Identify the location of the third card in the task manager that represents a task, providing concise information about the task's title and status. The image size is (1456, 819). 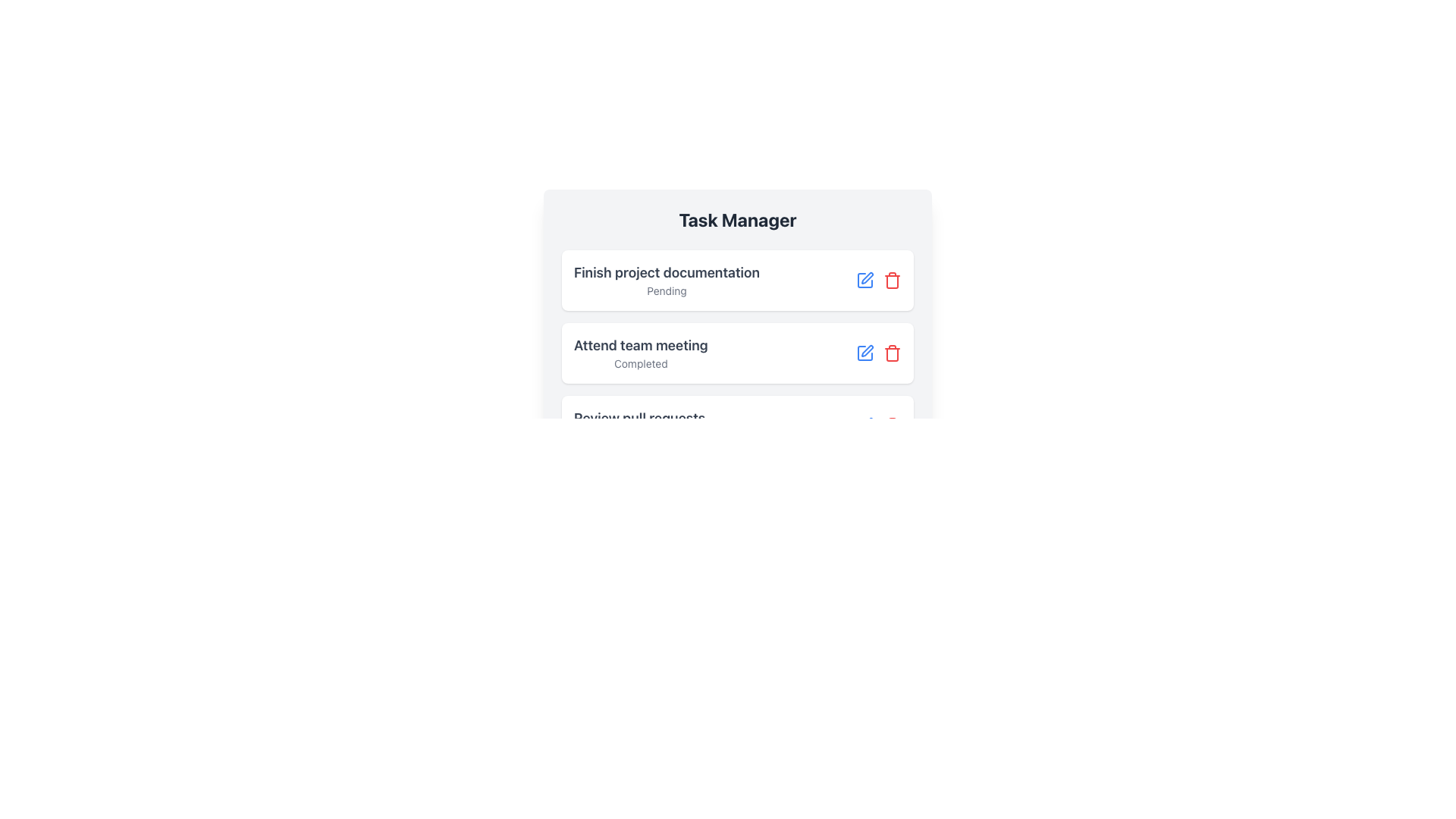
(738, 426).